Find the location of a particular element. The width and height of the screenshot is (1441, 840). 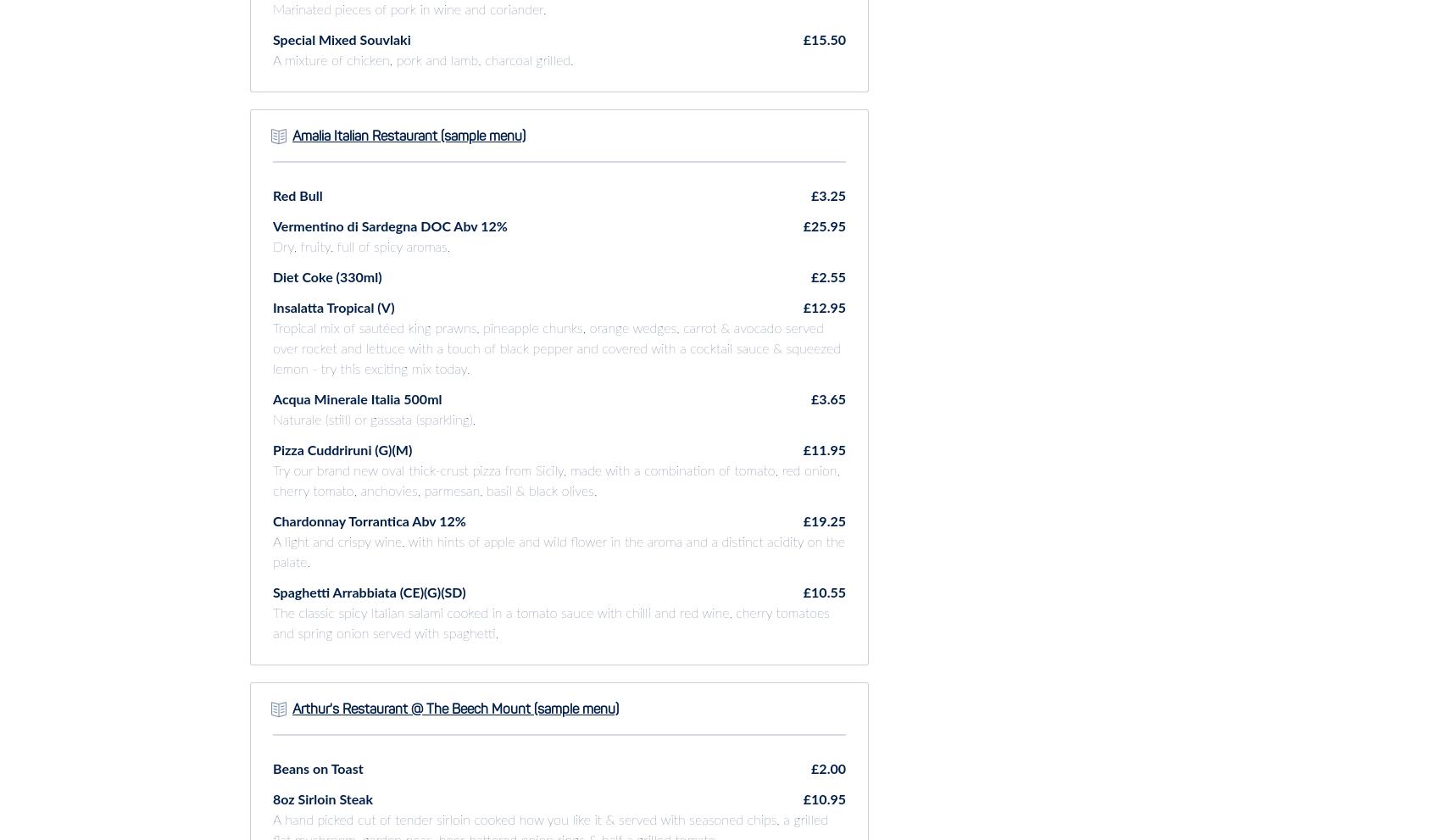

'Special Mixed Souvlaki' is located at coordinates (341, 39).